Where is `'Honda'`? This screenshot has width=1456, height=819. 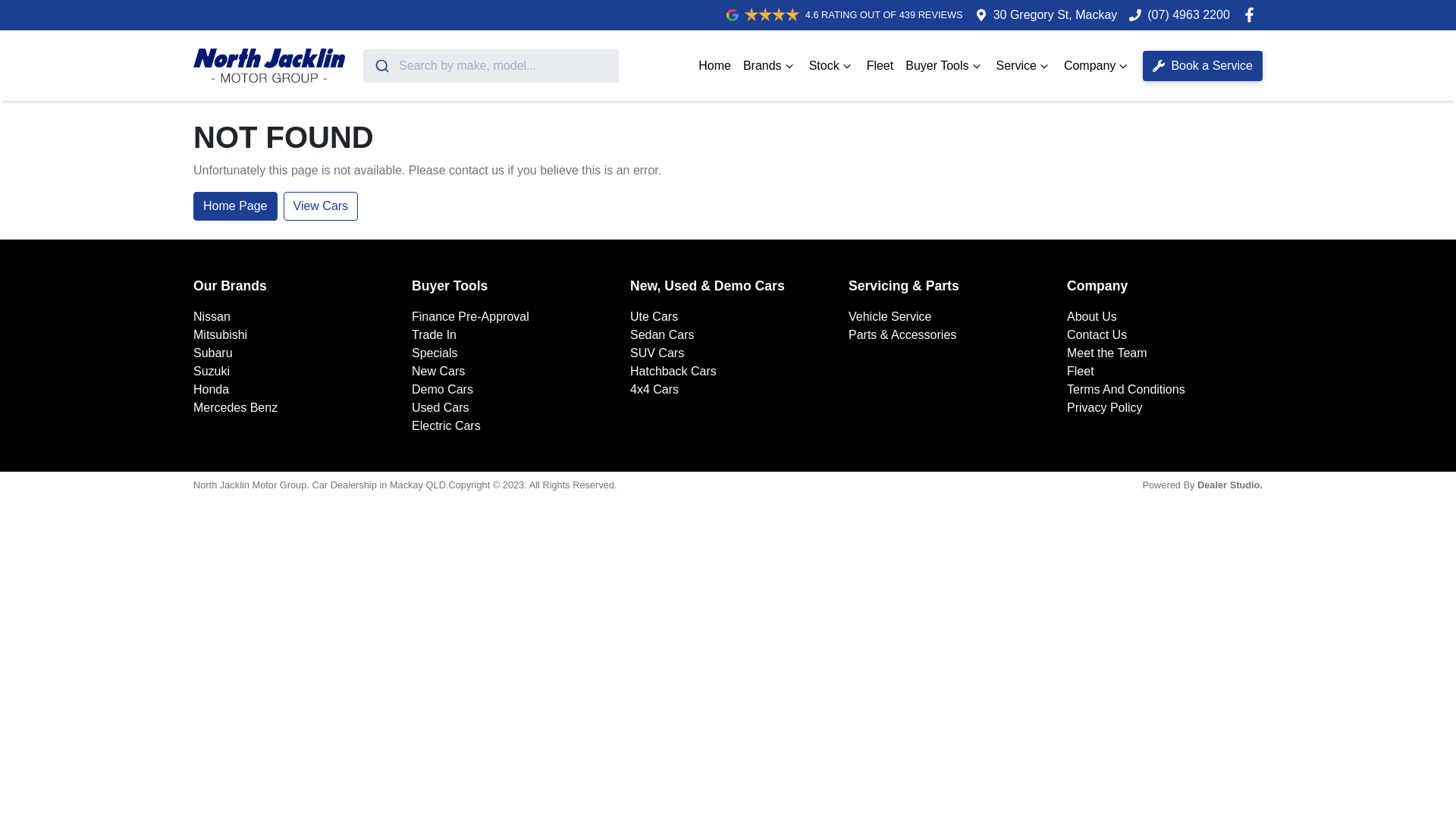 'Honda' is located at coordinates (210, 388).